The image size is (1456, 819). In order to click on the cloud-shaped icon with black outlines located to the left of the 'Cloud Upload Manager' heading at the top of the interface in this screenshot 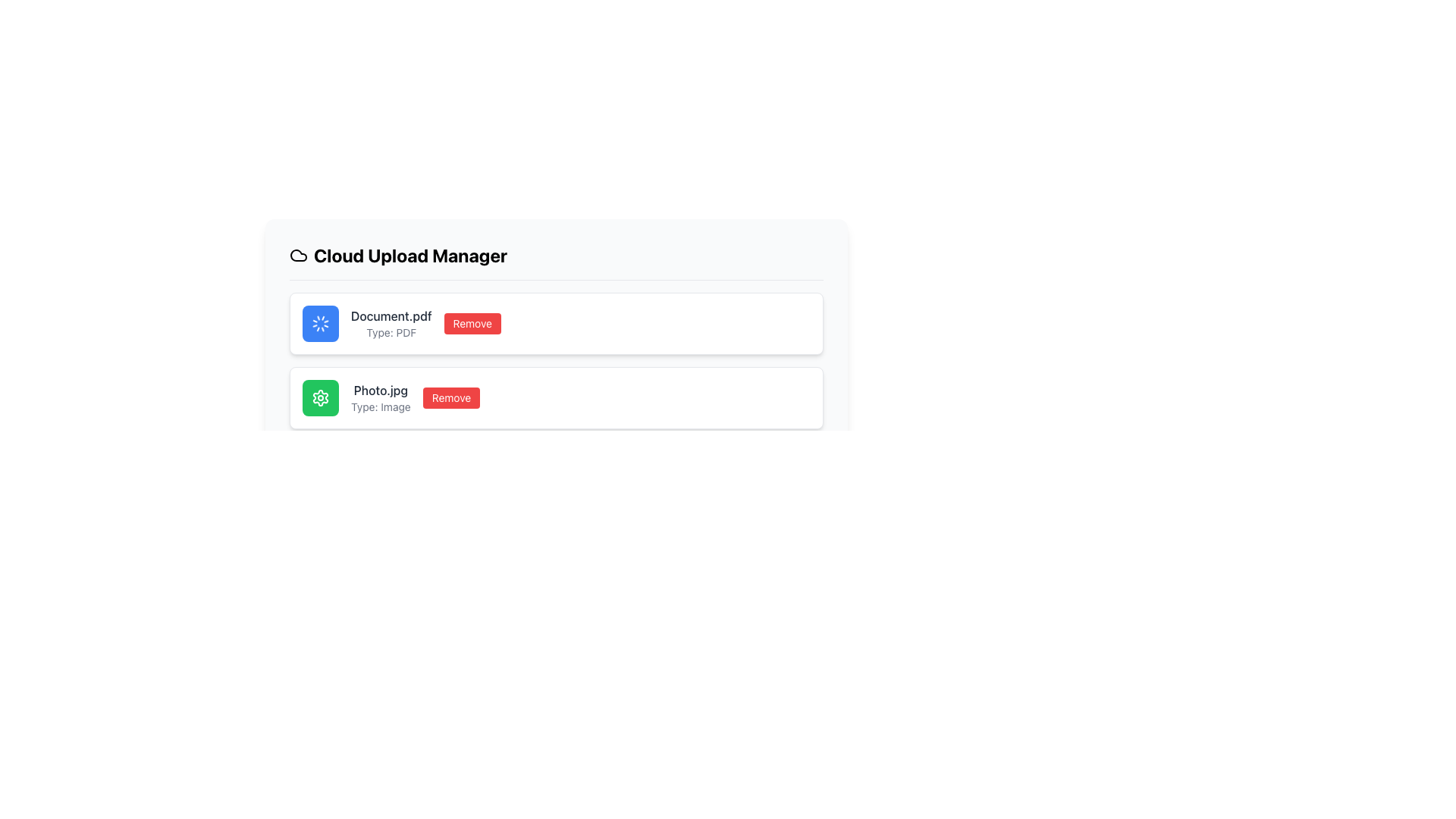, I will do `click(298, 254)`.